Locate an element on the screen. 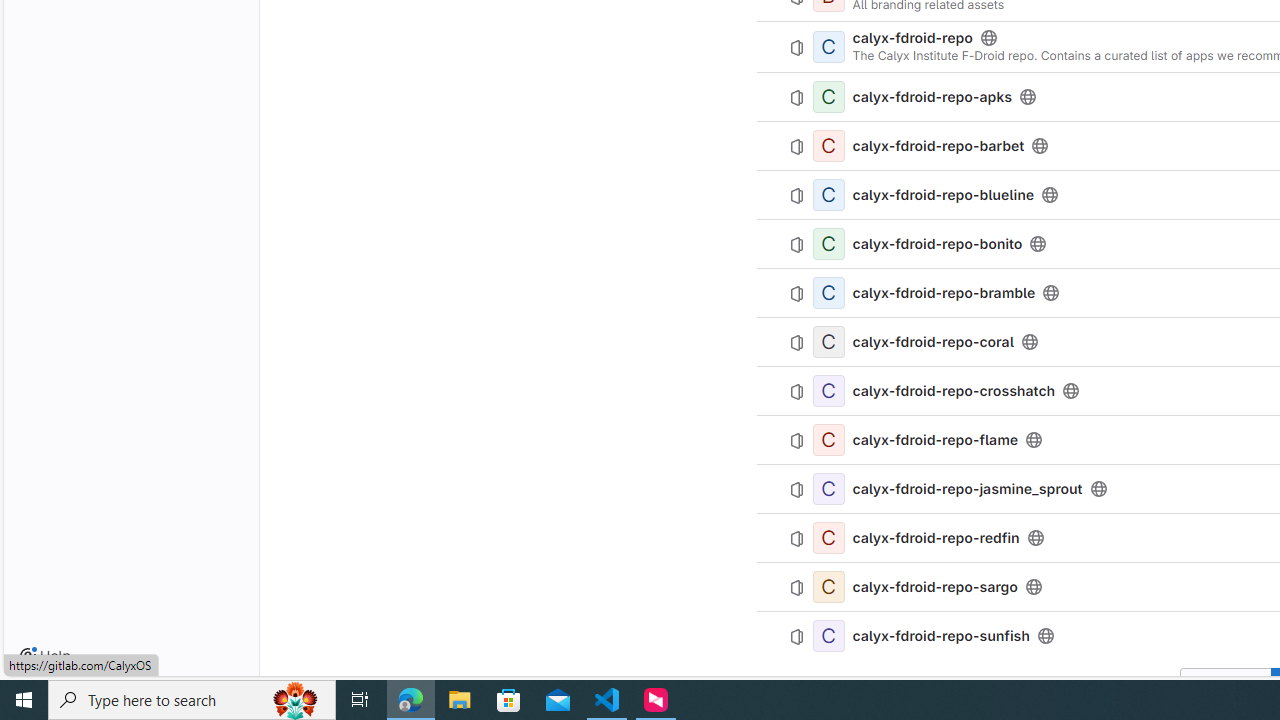  'calyx-fdroid-repo-sunfish' is located at coordinates (940, 635).